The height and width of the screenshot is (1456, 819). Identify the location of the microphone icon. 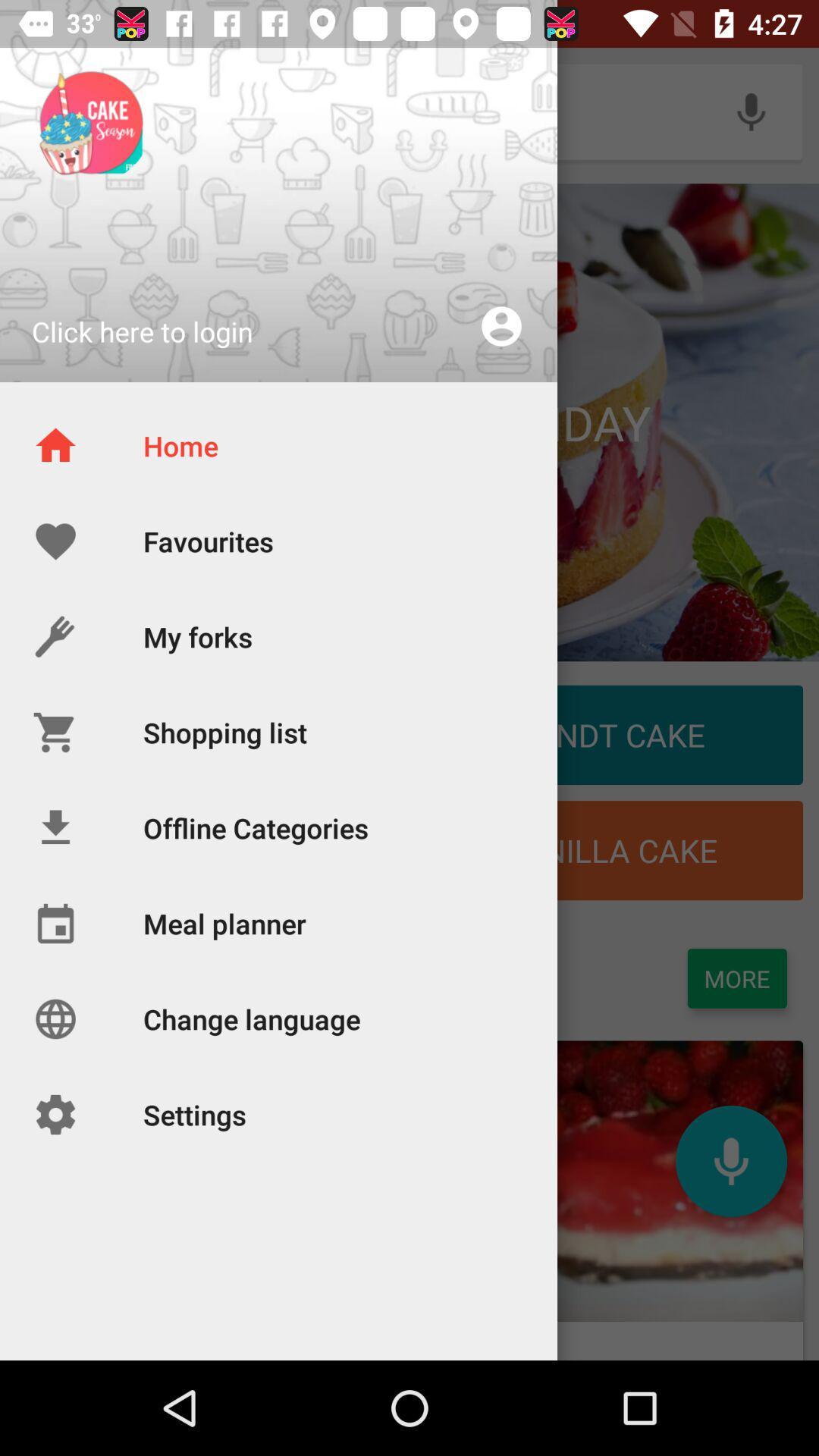
(751, 111).